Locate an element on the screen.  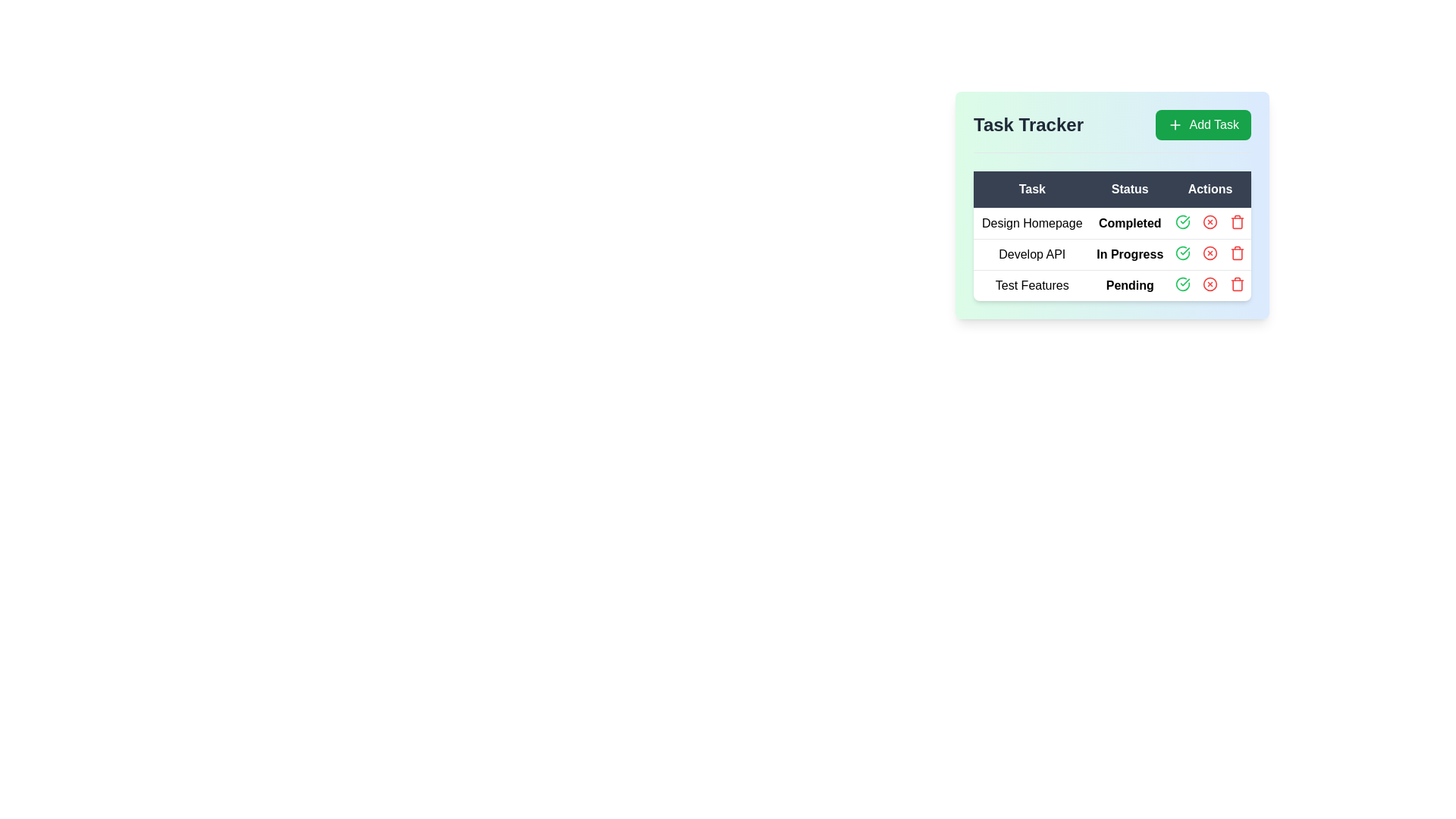
the second icon from the left in the 'Actions' column of the first row of the task table, which is used to undo a completed task for 'Design Homepage' is located at coordinates (1210, 222).